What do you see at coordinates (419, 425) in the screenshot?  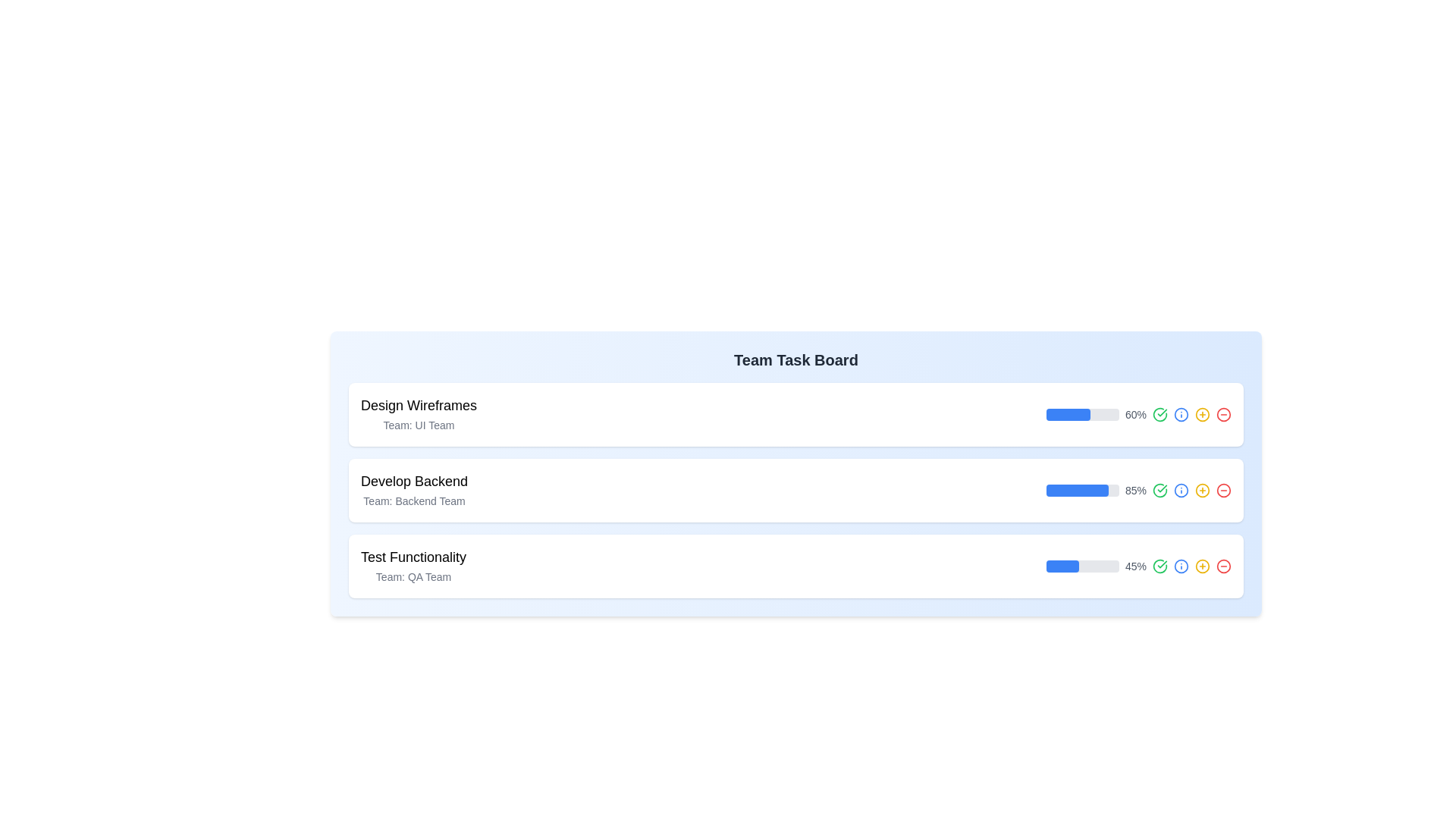 I see `the Text Label indicating the 'UI Team' associated with the task in the 'Design Wireframes' card` at bounding box center [419, 425].